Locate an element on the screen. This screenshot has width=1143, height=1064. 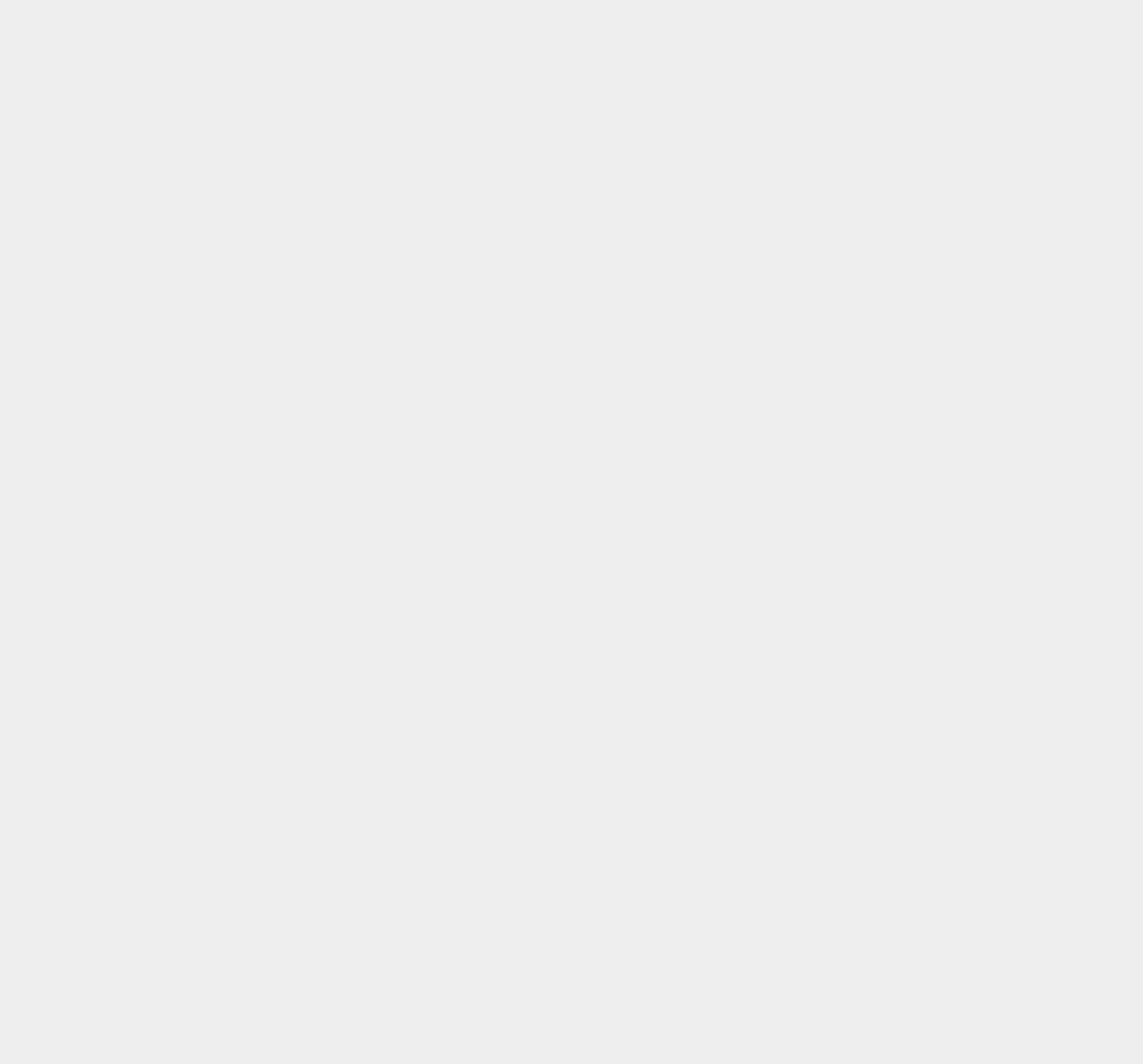
'SlideShare' is located at coordinates (839, 22).